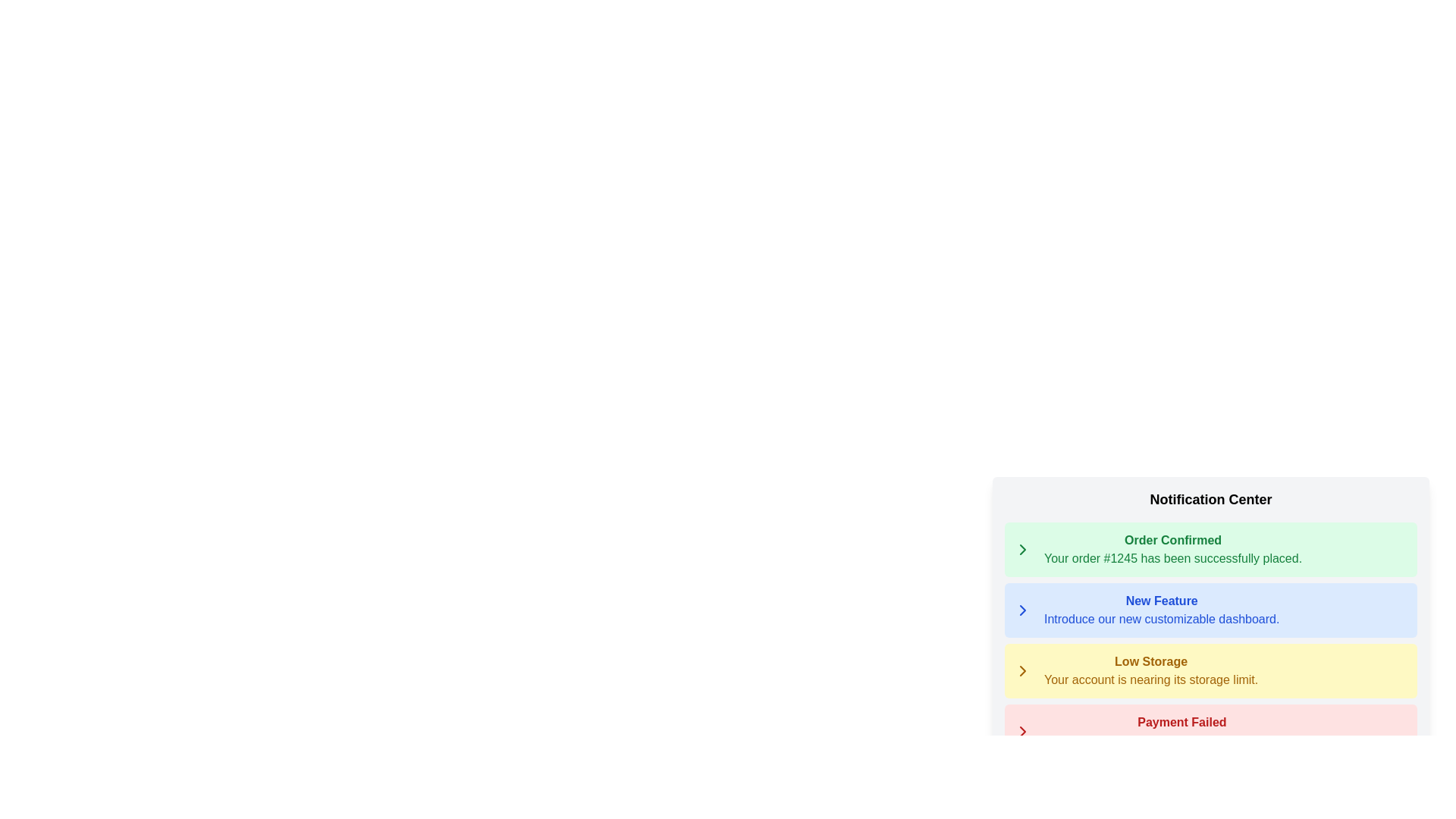  I want to click on the directional chevron icon located at the right end of the 'Payment Failed' notification entry in the Notification Center to initiate navigation, so click(1022, 730).